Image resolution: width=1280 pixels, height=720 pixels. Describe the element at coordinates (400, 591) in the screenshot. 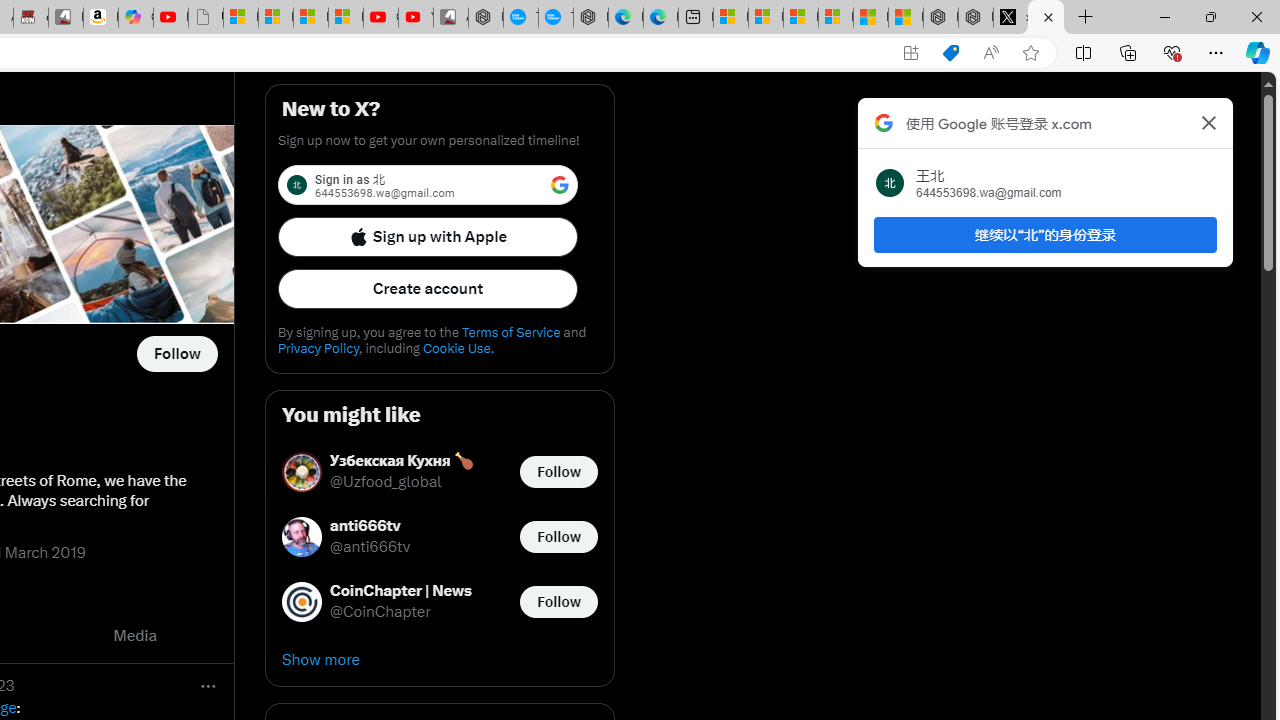

I see `'CoinChapter | News'` at that location.